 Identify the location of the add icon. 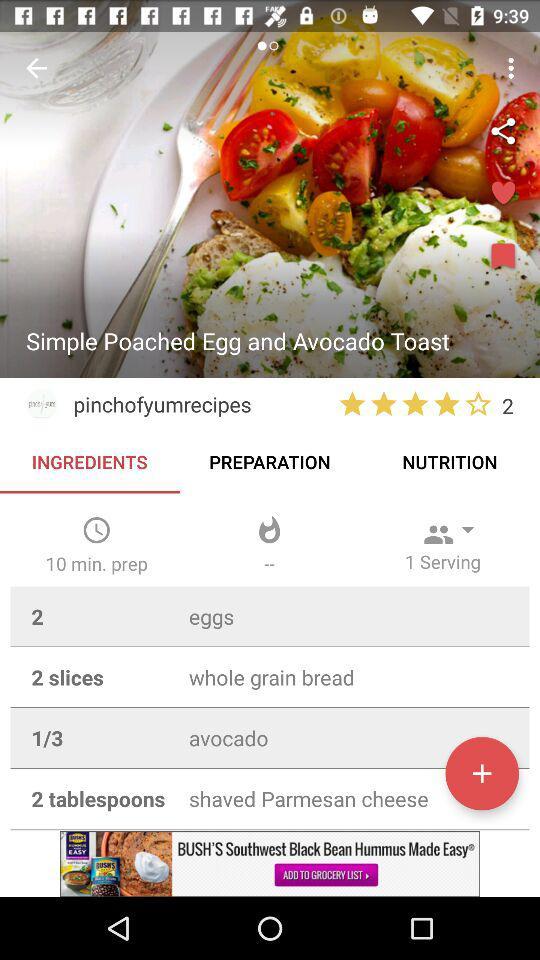
(481, 772).